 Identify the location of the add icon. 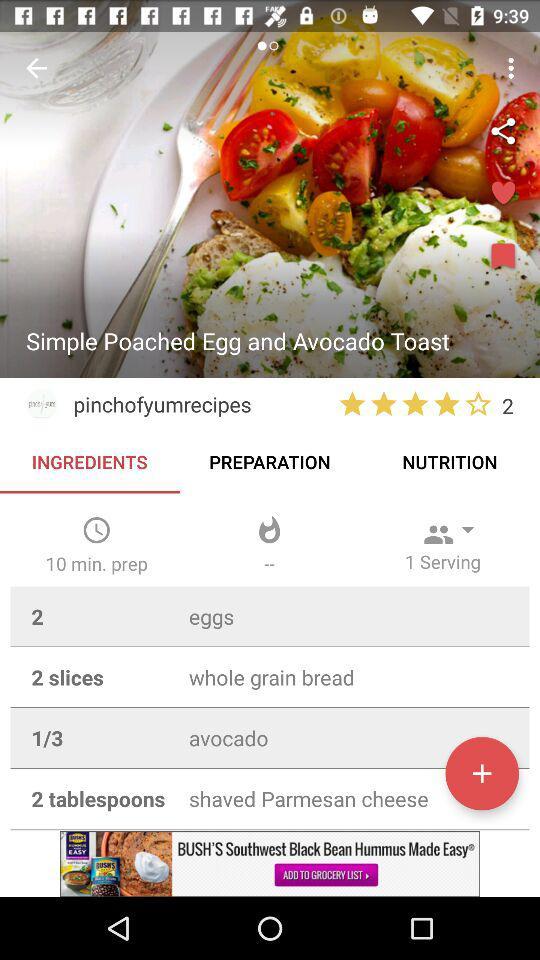
(481, 772).